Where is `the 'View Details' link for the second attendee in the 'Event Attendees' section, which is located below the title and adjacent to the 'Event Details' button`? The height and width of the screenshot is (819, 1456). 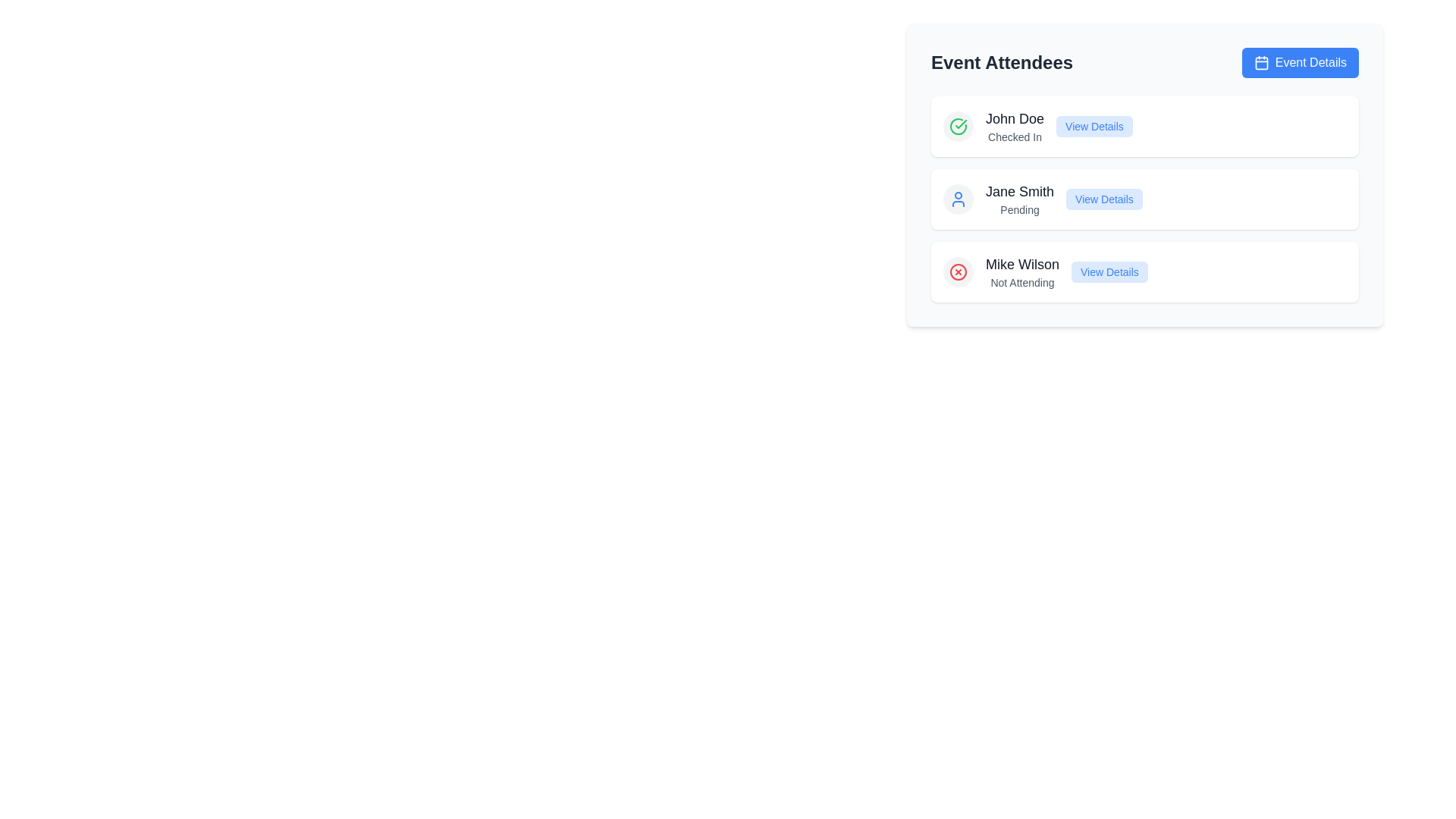 the 'View Details' link for the second attendee in the 'Event Attendees' section, which is located below the title and adjacent to the 'Event Details' button is located at coordinates (1145, 198).